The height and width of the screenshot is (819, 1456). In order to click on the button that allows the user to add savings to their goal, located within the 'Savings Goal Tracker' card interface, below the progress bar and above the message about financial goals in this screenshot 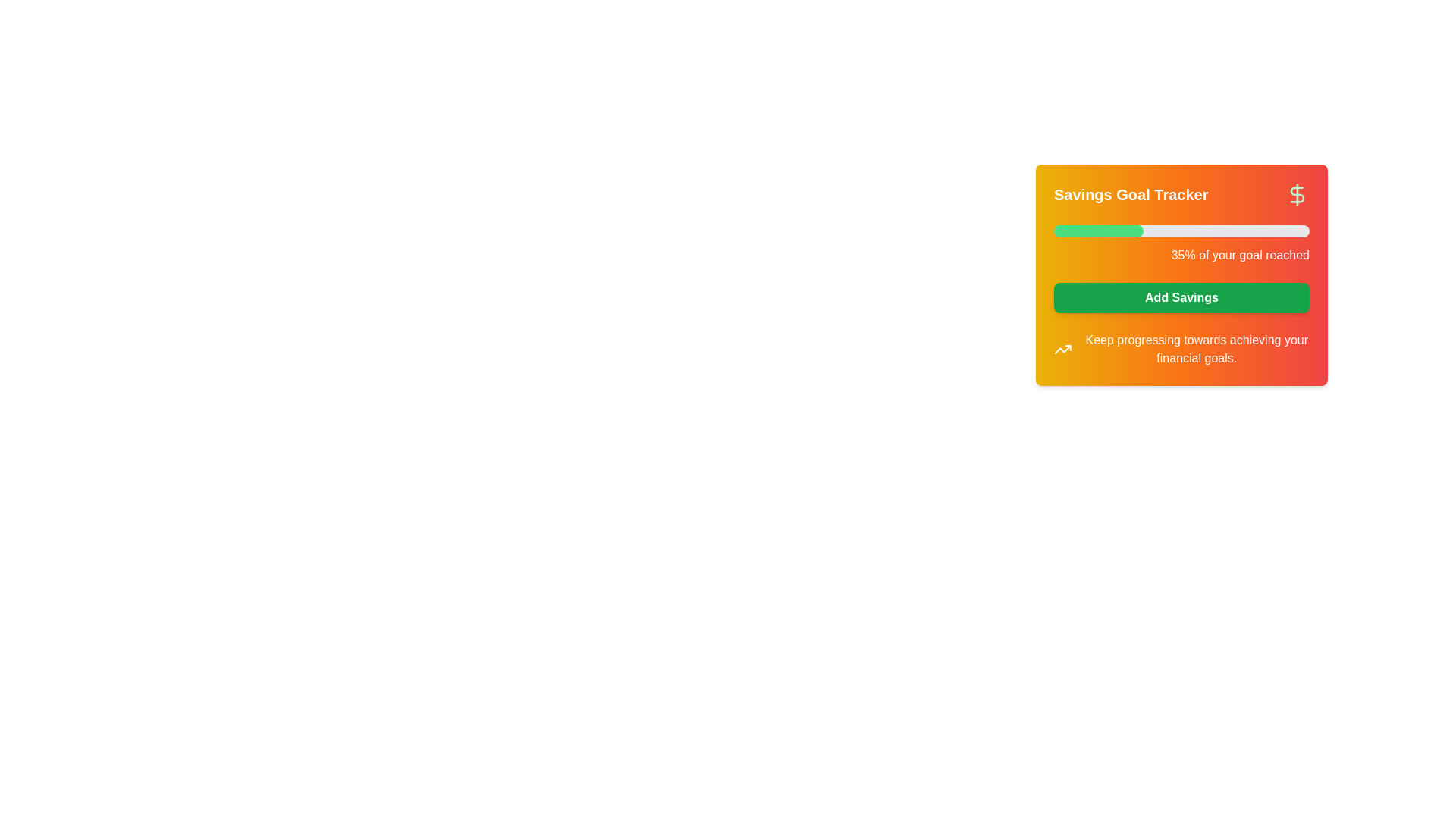, I will do `click(1181, 298)`.